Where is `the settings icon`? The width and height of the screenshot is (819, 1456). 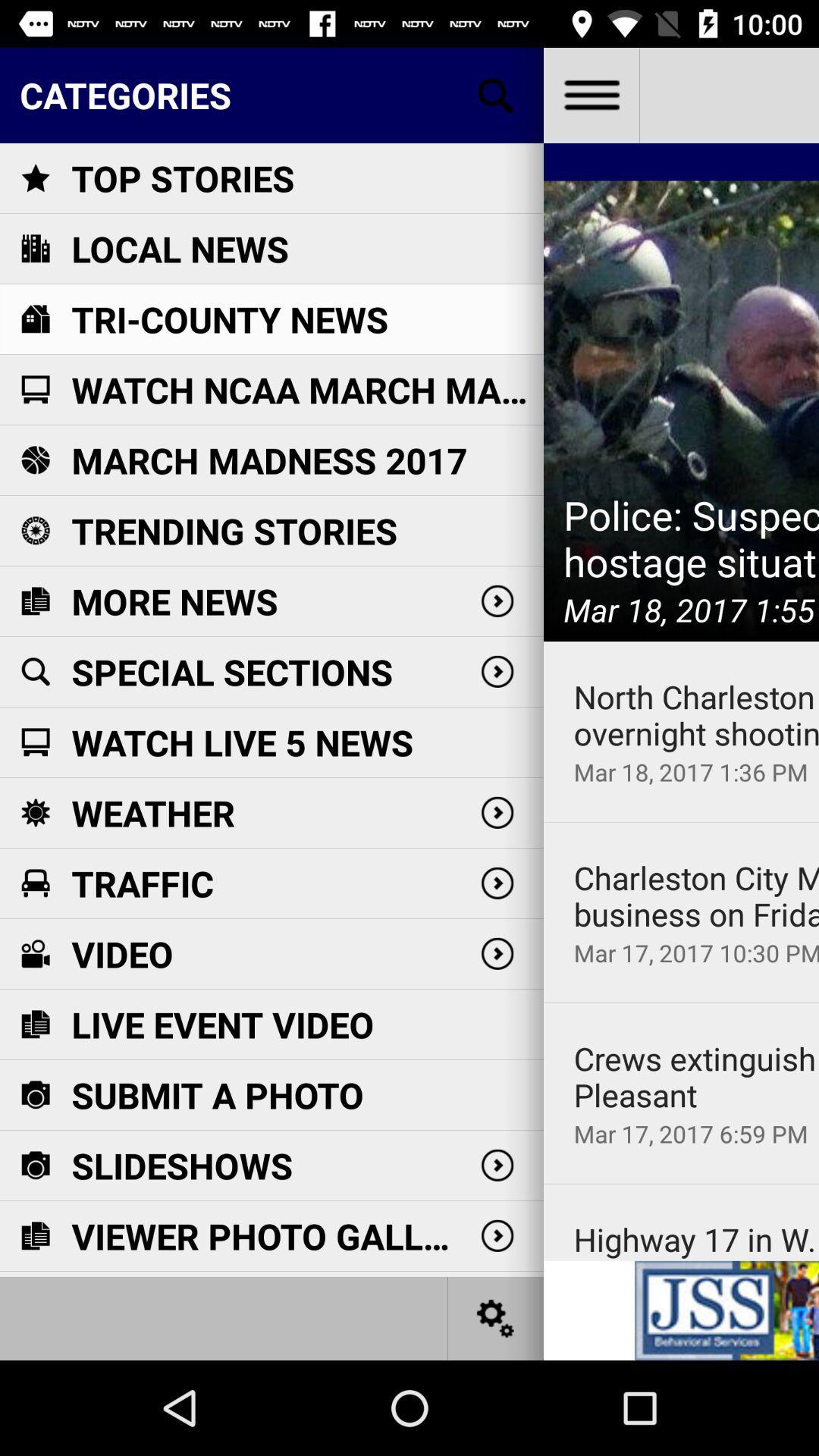
the settings icon is located at coordinates (496, 1317).